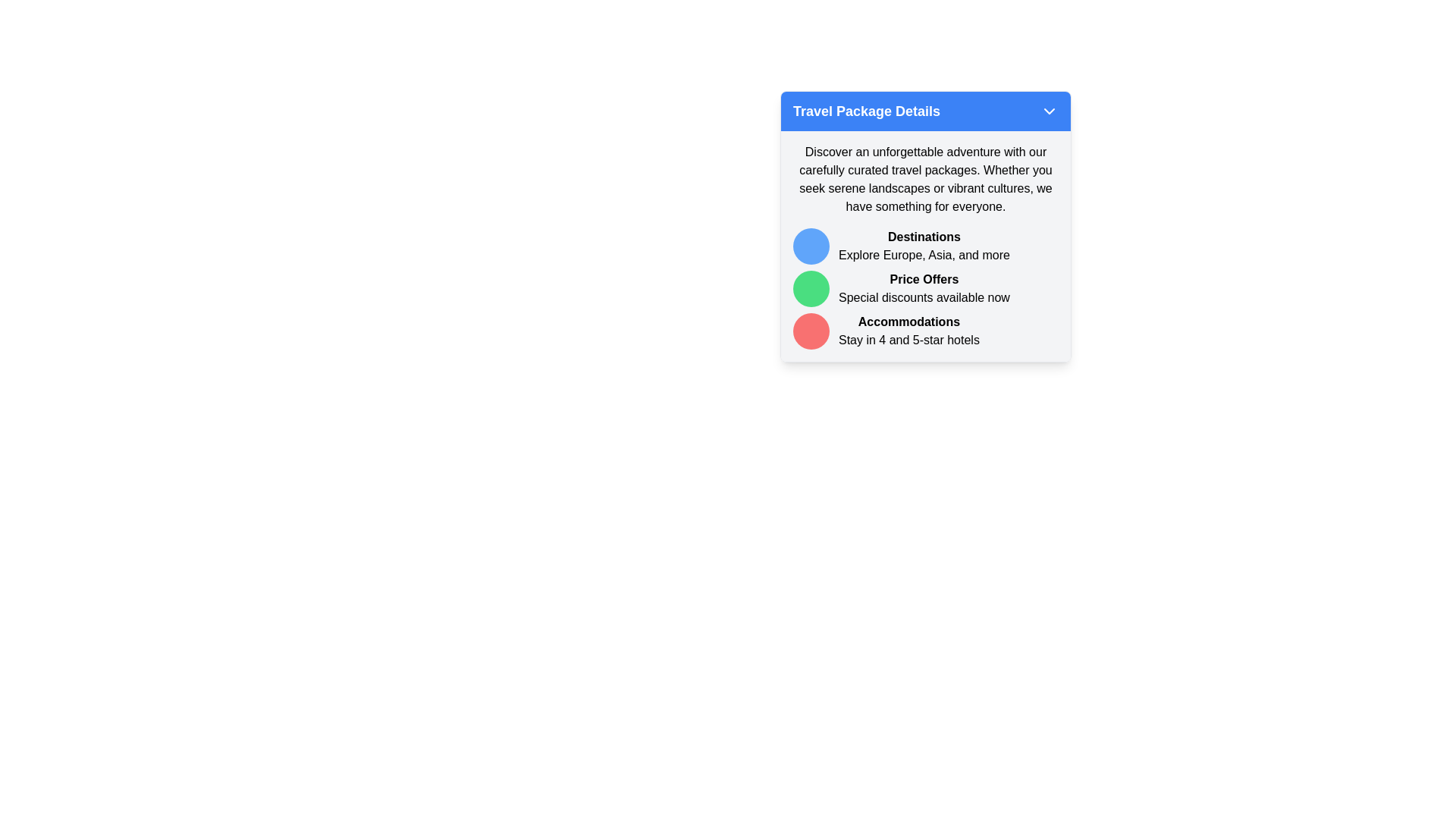  What do you see at coordinates (924, 178) in the screenshot?
I see `introductory text block providing context for the travel packages, positioned below the blue header 'Travel Package Details'` at bounding box center [924, 178].